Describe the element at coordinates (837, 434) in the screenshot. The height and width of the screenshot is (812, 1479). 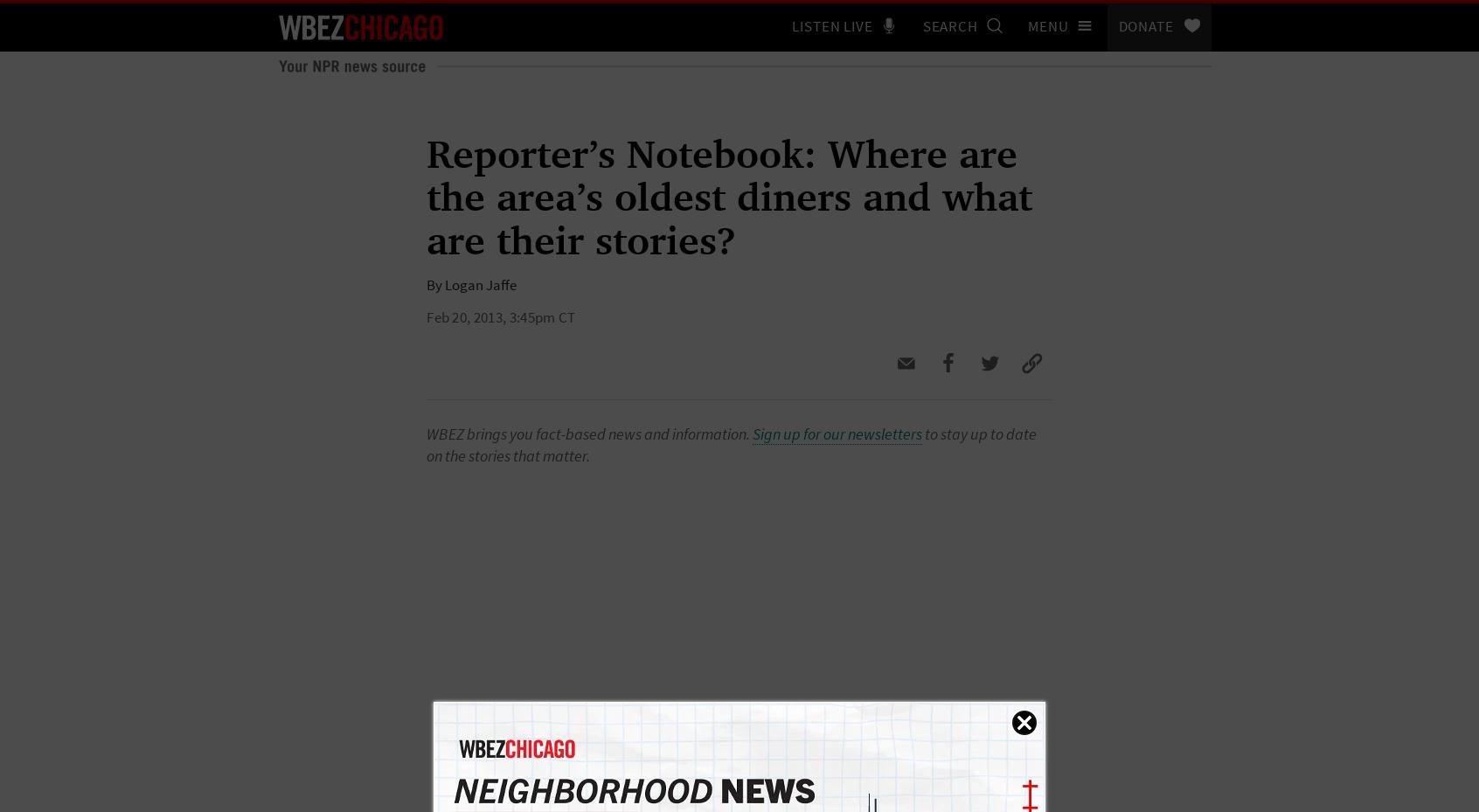
I see `'Sign up for our newsletters'` at that location.